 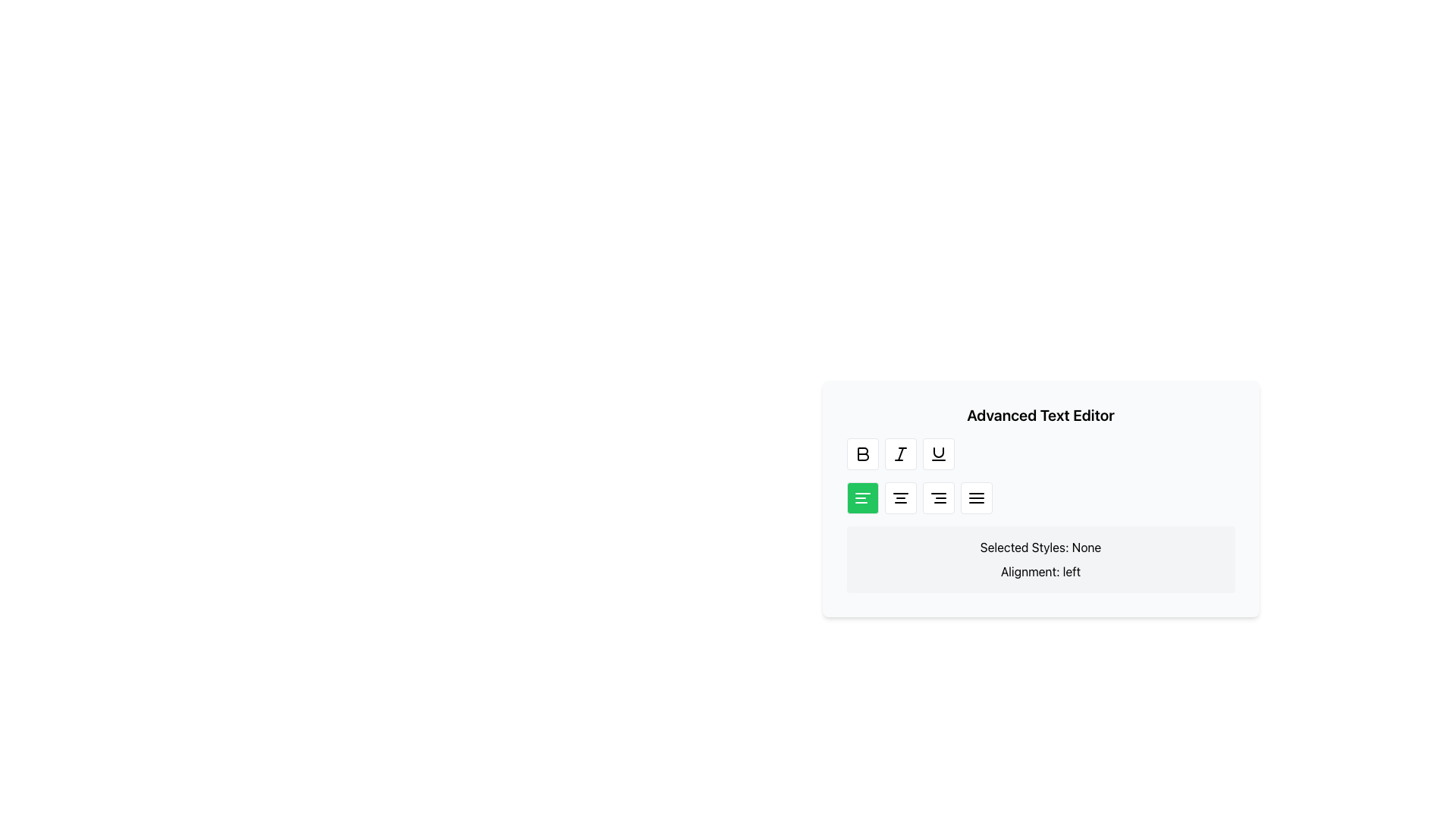 I want to click on the alignment button in the 'Advanced Text Editor', so click(x=976, y=497).